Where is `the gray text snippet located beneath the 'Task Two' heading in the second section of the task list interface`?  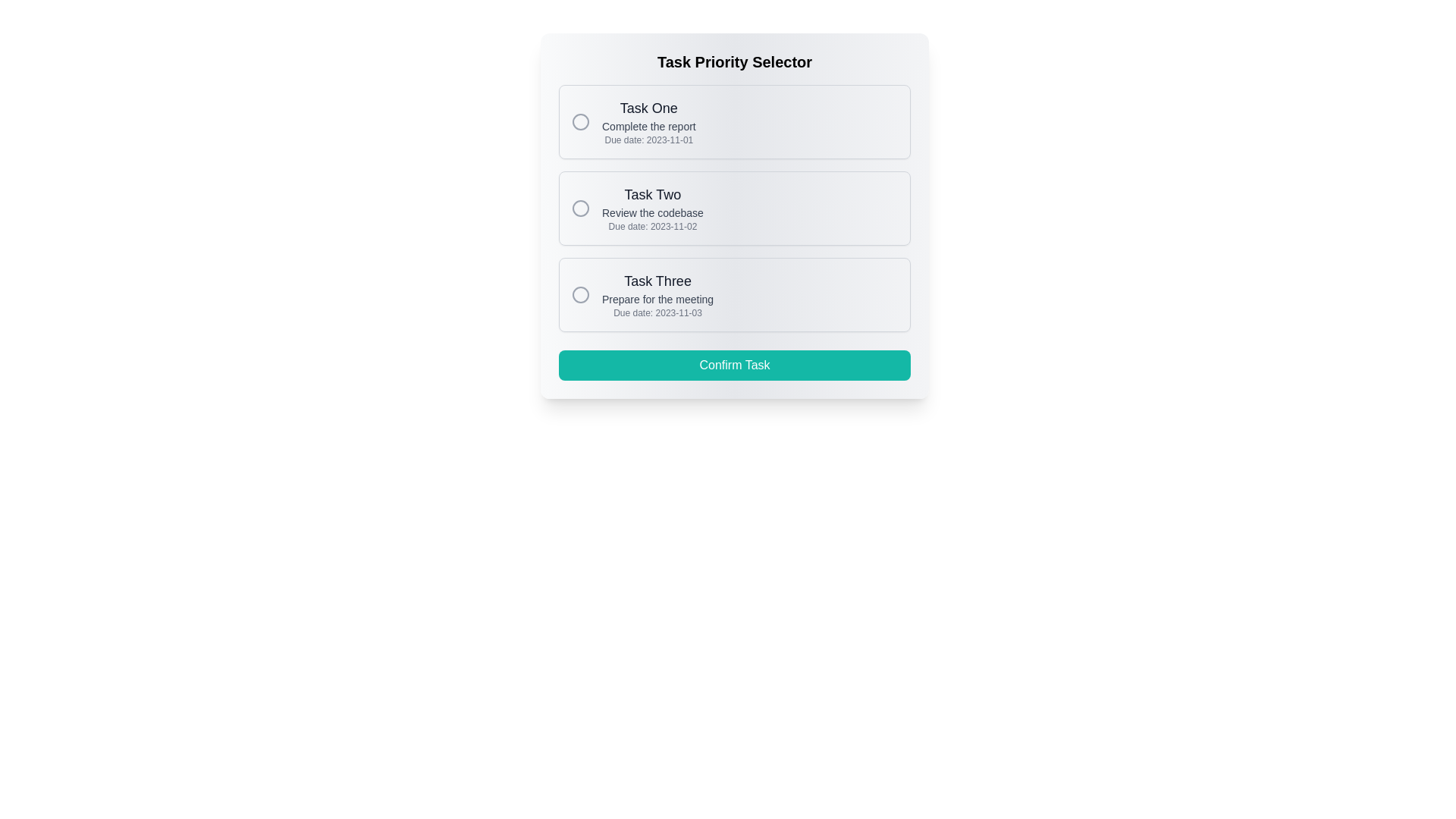
the gray text snippet located beneath the 'Task Two' heading in the second section of the task list interface is located at coordinates (652, 213).